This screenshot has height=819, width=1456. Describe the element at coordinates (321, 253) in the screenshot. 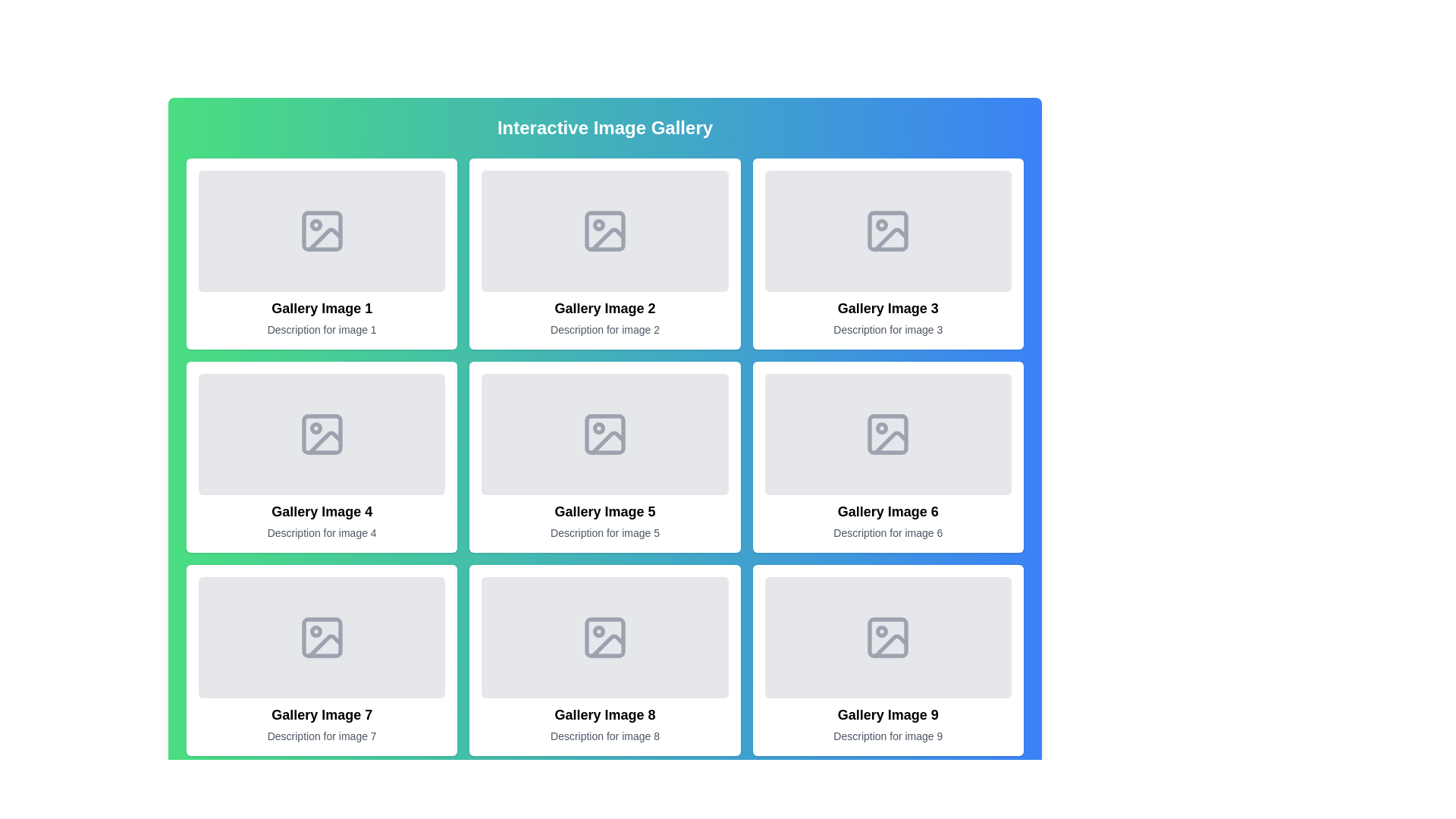

I see `the top-left card in the gallery grid, which includes an image placeholder and descriptive text` at that location.